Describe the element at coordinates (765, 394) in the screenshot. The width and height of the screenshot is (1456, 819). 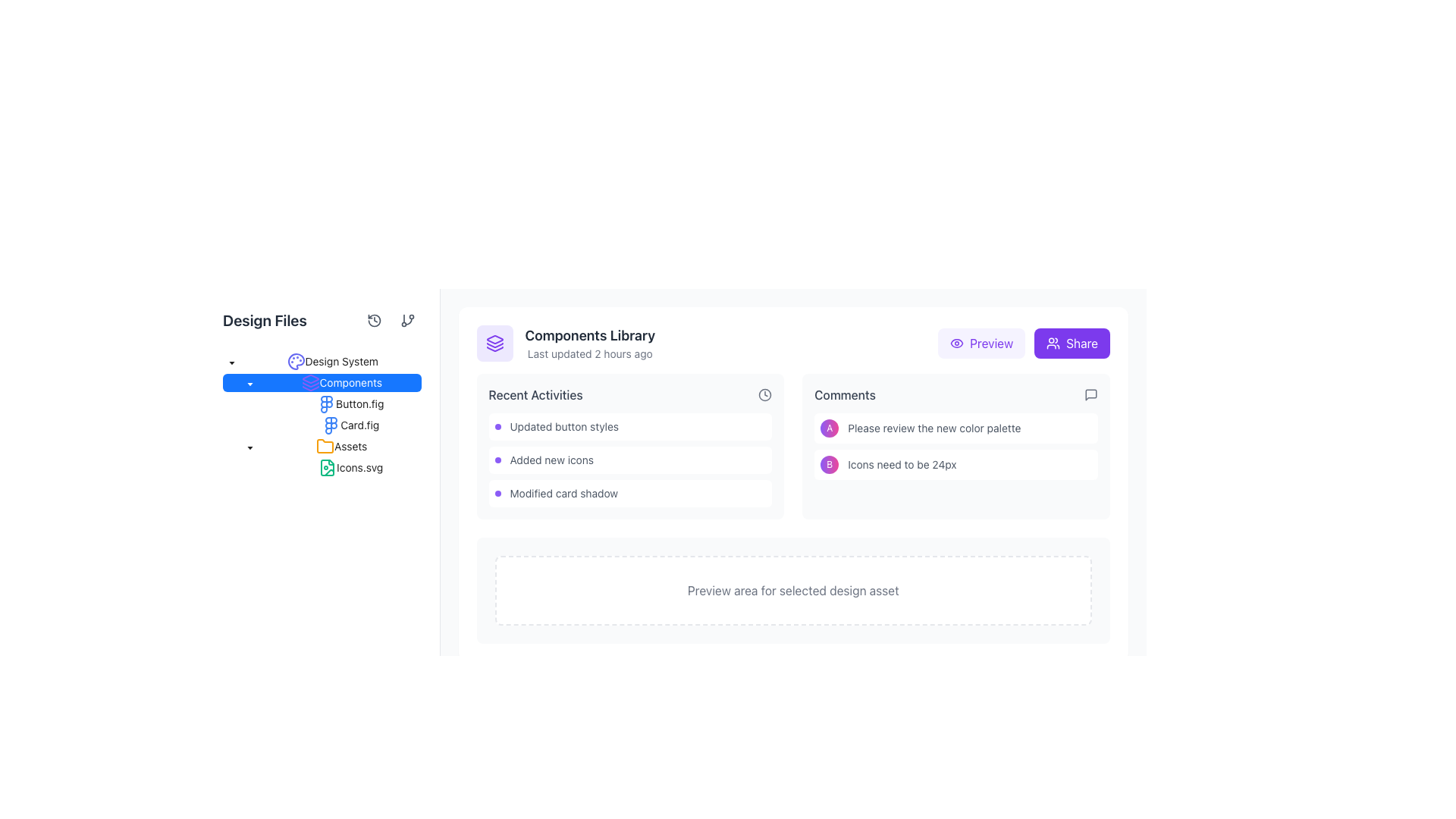
I see `decorative vector graphic component within the SVG element that represents the clock icon in the 'Recent Activities' section by using developer tools` at that location.